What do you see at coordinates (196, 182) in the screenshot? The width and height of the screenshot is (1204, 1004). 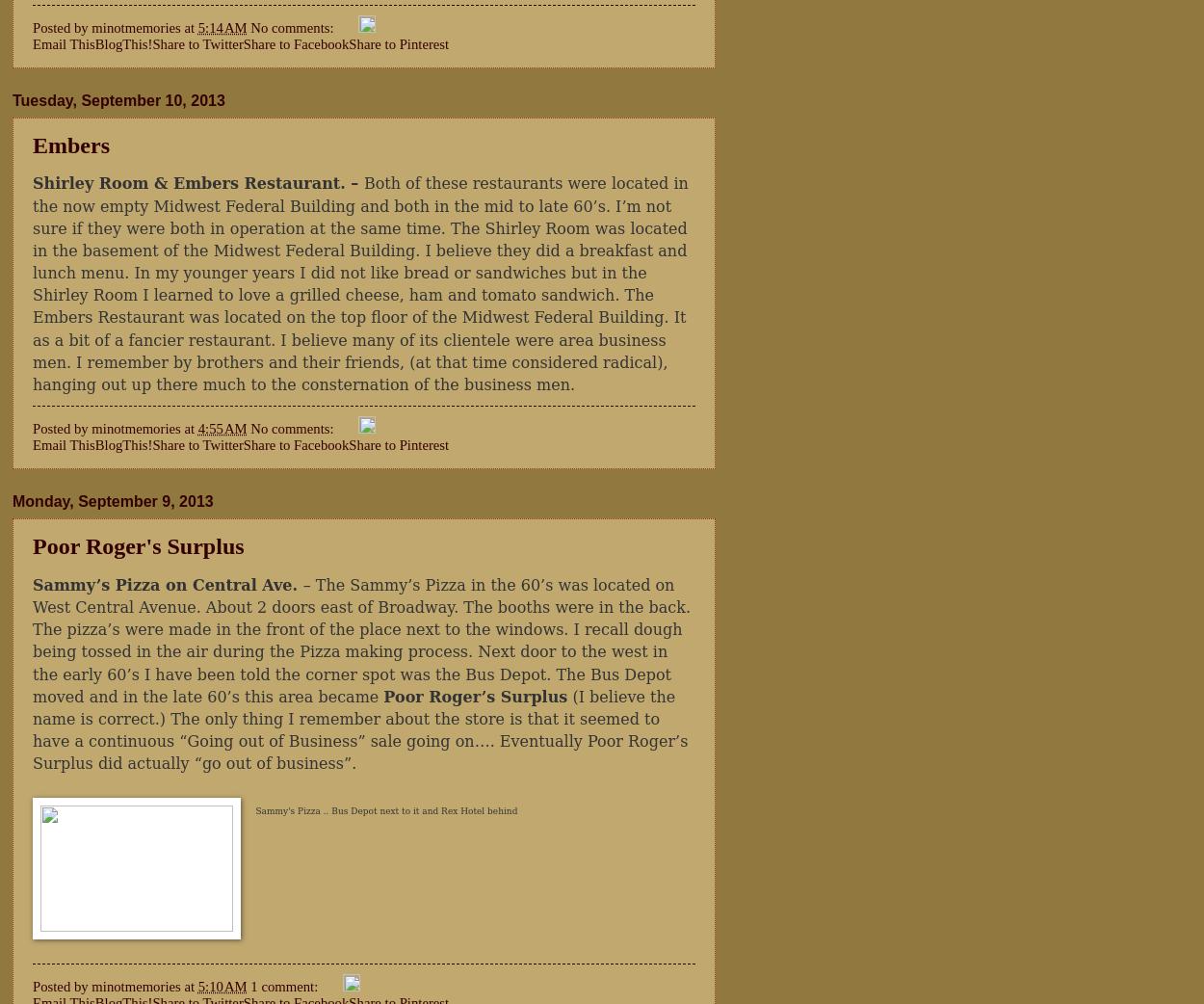 I see `'Shirley
Room & Embers Restaurant. –'` at bounding box center [196, 182].